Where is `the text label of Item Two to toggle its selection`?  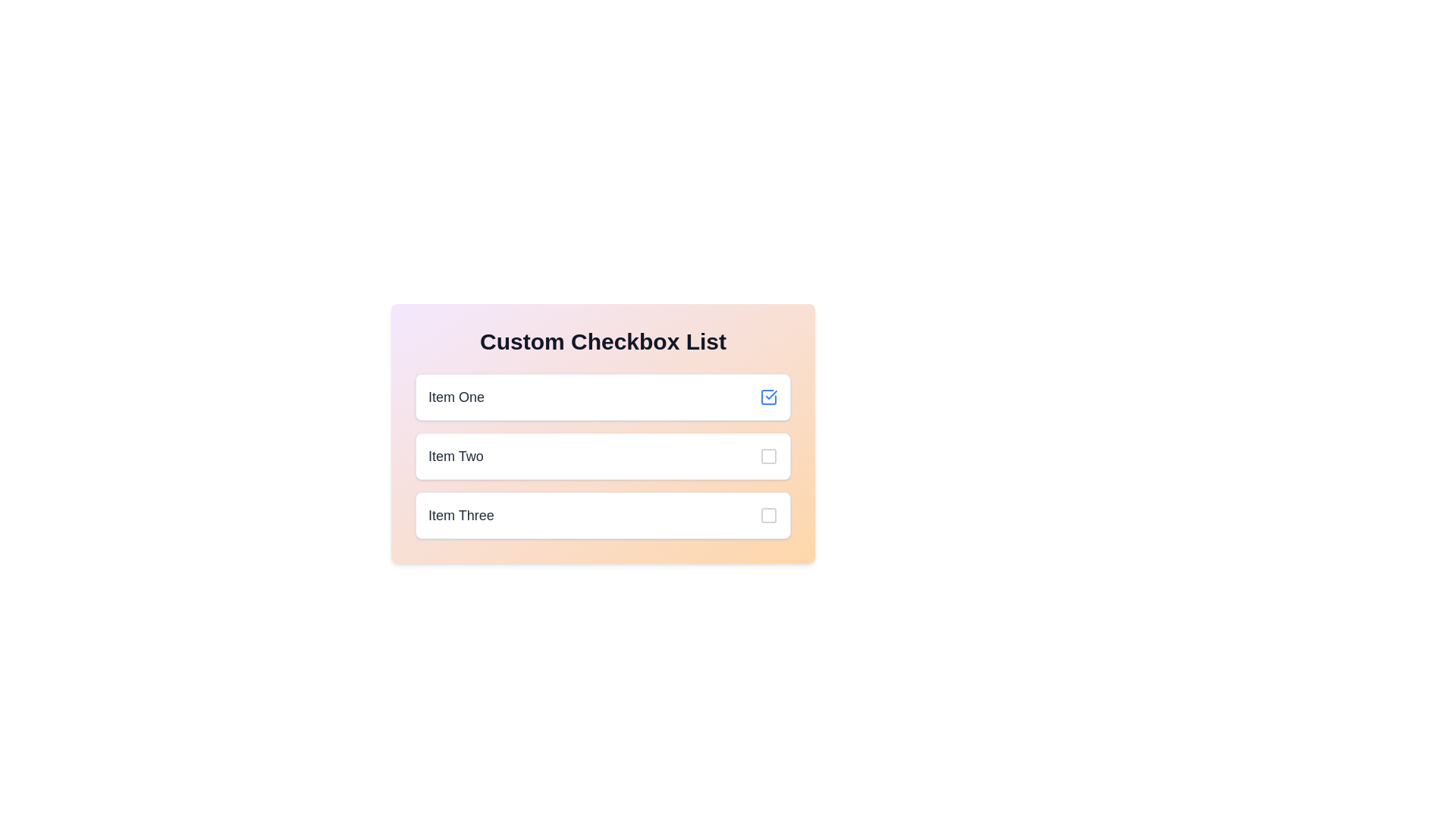 the text label of Item Two to toggle its selection is located at coordinates (454, 455).